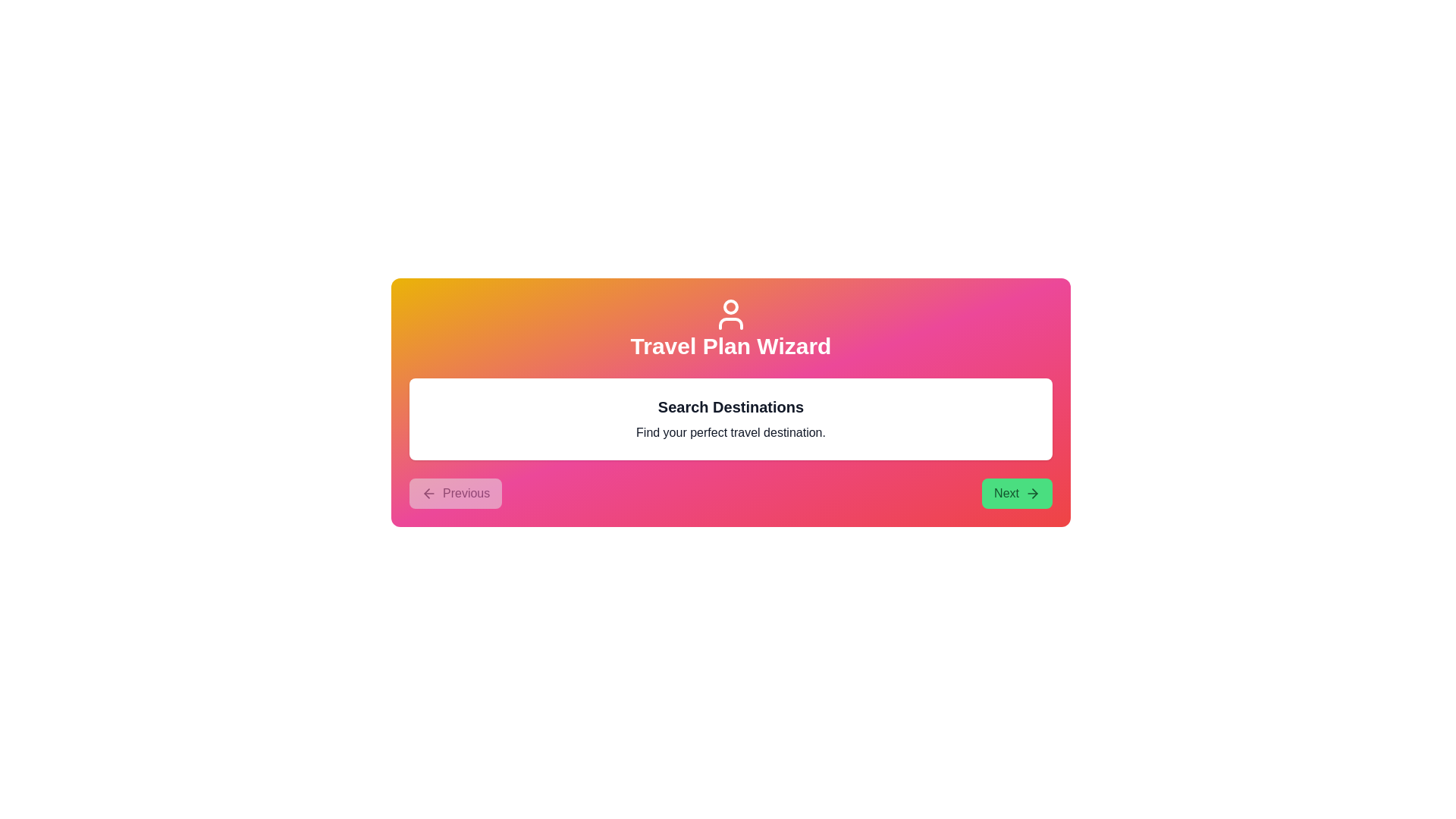  Describe the element at coordinates (731, 346) in the screenshot. I see `the header text 'Travel Plan Wizard' which is styled in bold, large font and centered below a user icon on a vibrant gradient background` at that location.